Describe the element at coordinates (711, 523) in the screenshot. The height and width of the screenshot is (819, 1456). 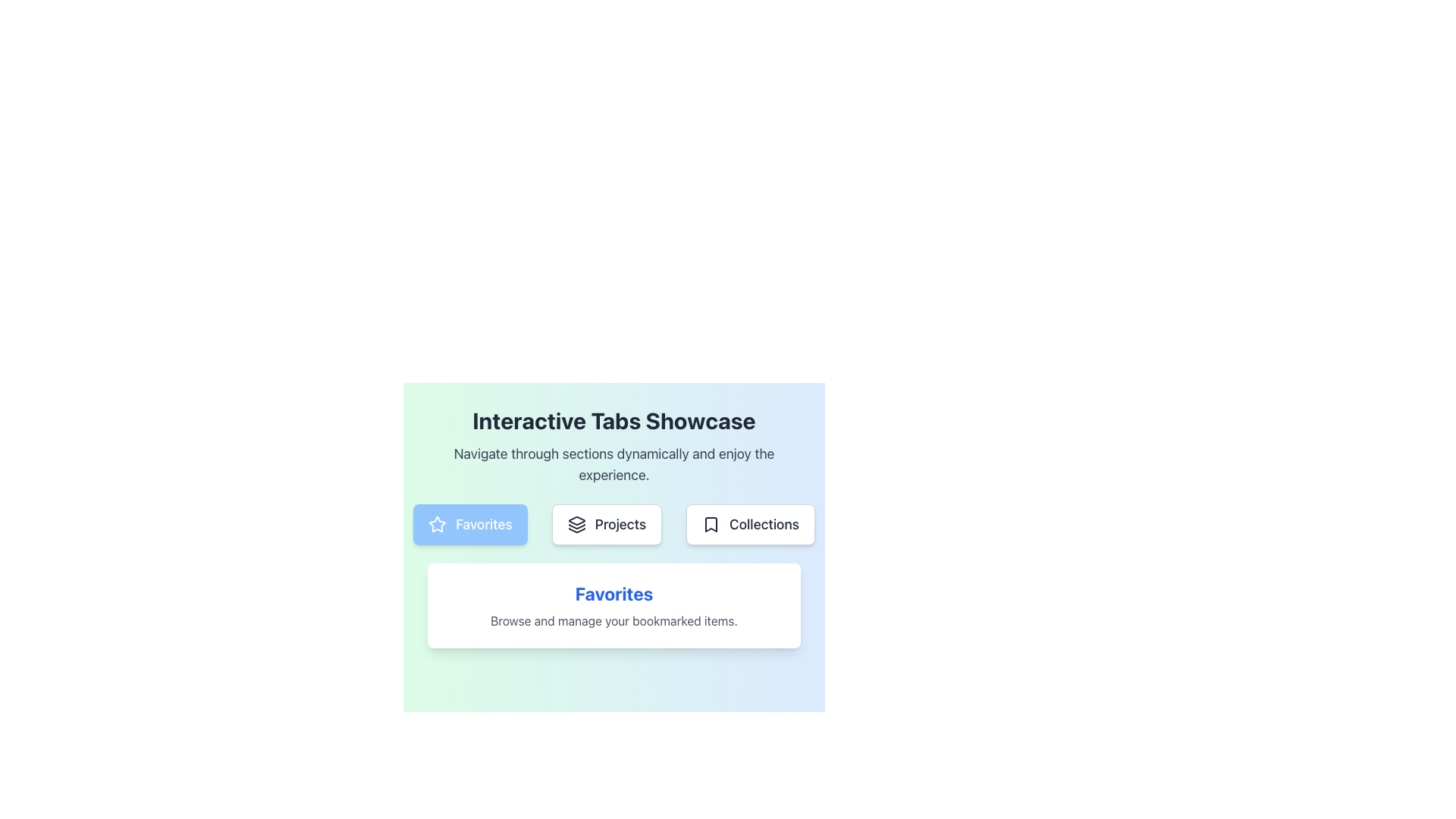
I see `the bookmark icon located within the 'Collections' button at the top-right of the interface, which is part of a row of three buttons: 'Favorites', 'Projects', and 'Collections'` at that location.